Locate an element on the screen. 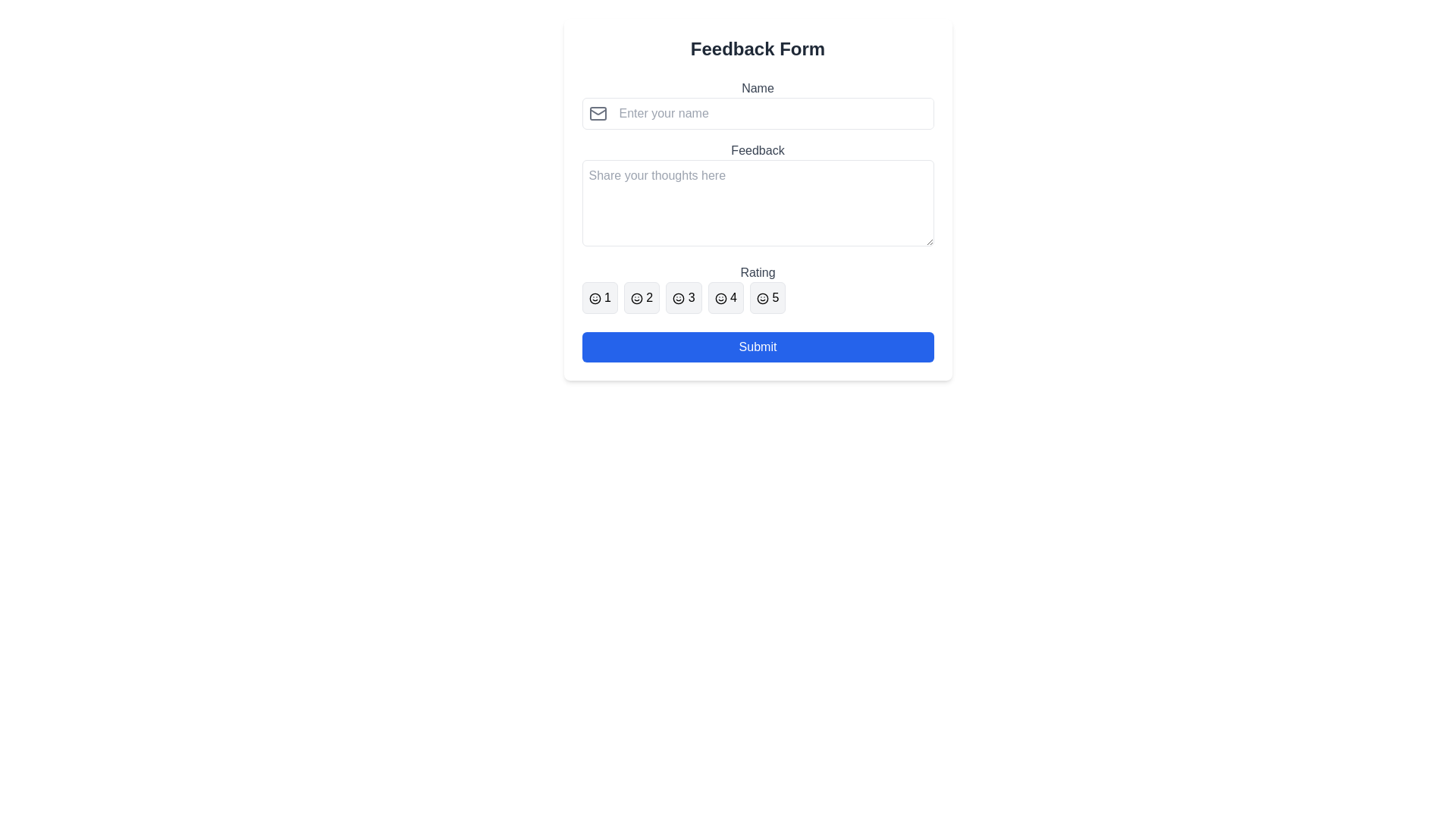 This screenshot has height=819, width=1456. the rating selection button, which is the fifth button in a horizontal list for selecting ratings is located at coordinates (767, 298).